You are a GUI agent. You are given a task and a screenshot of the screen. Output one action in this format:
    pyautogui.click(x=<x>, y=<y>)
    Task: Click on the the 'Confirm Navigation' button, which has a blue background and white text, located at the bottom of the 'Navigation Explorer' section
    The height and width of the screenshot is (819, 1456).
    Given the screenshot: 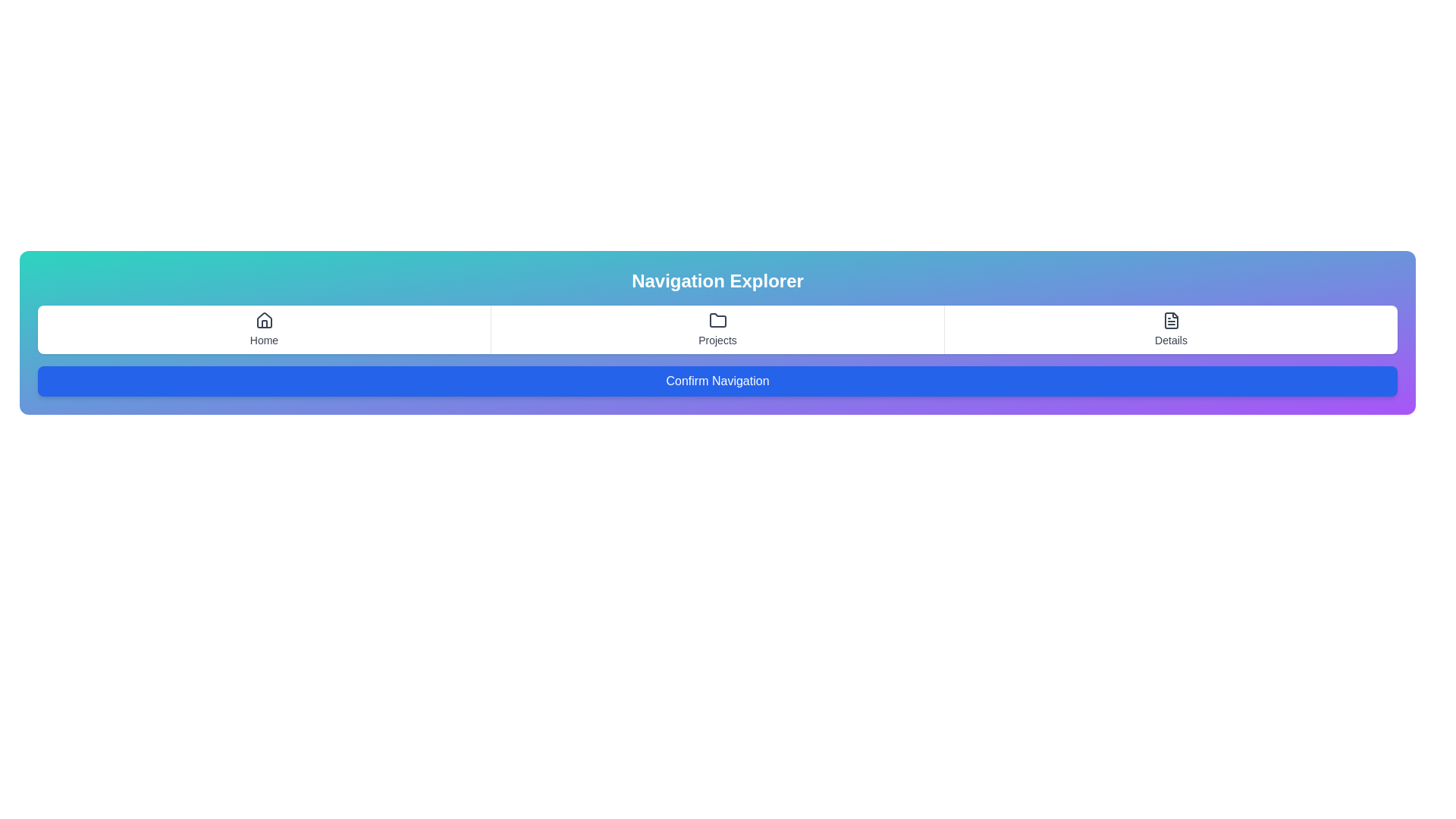 What is the action you would take?
    pyautogui.click(x=717, y=380)
    